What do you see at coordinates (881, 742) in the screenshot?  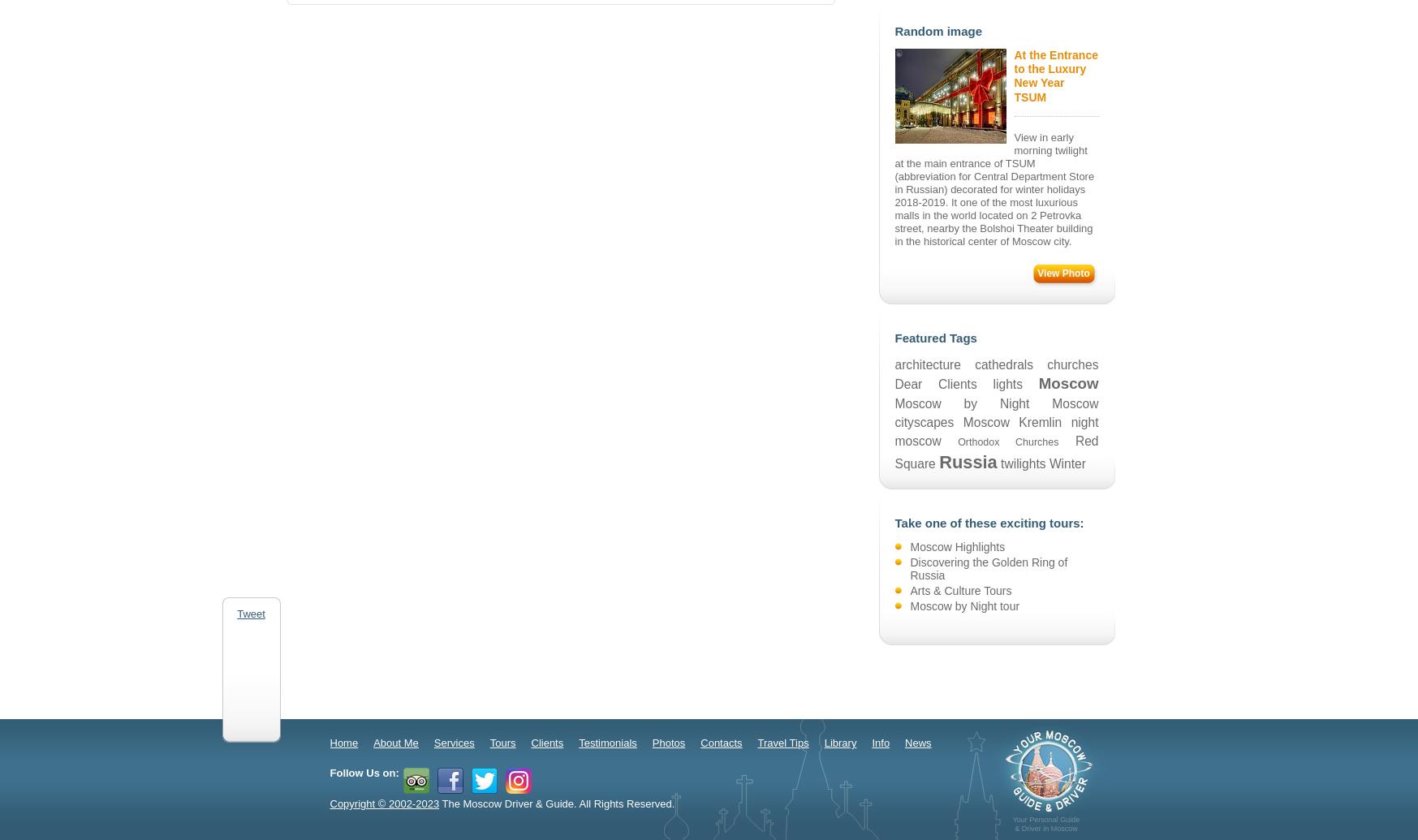 I see `'Info'` at bounding box center [881, 742].